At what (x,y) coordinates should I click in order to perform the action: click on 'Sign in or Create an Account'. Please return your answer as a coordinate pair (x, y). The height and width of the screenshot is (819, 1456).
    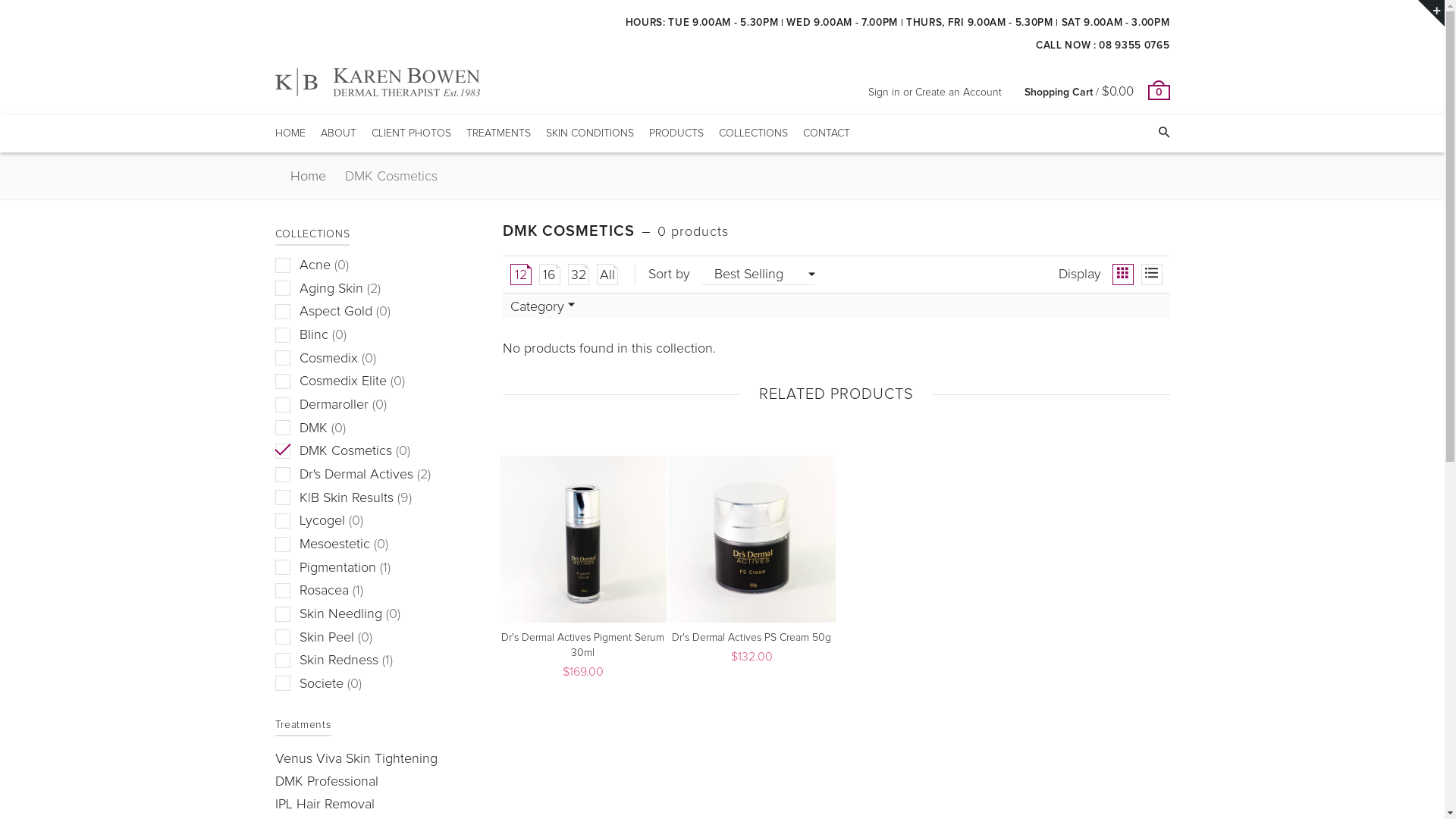
    Looking at the image, I should click on (934, 93).